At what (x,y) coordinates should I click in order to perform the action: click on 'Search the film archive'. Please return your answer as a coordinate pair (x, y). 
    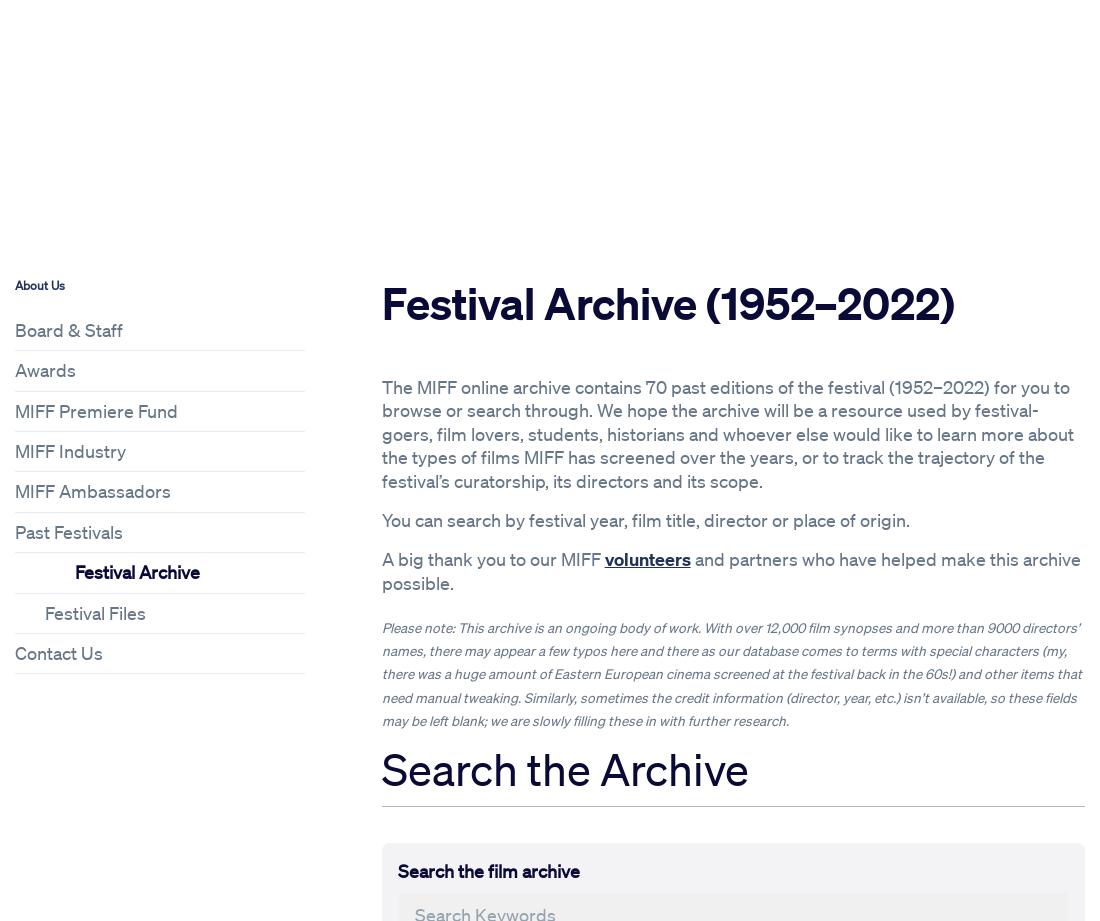
    Looking at the image, I should click on (396, 869).